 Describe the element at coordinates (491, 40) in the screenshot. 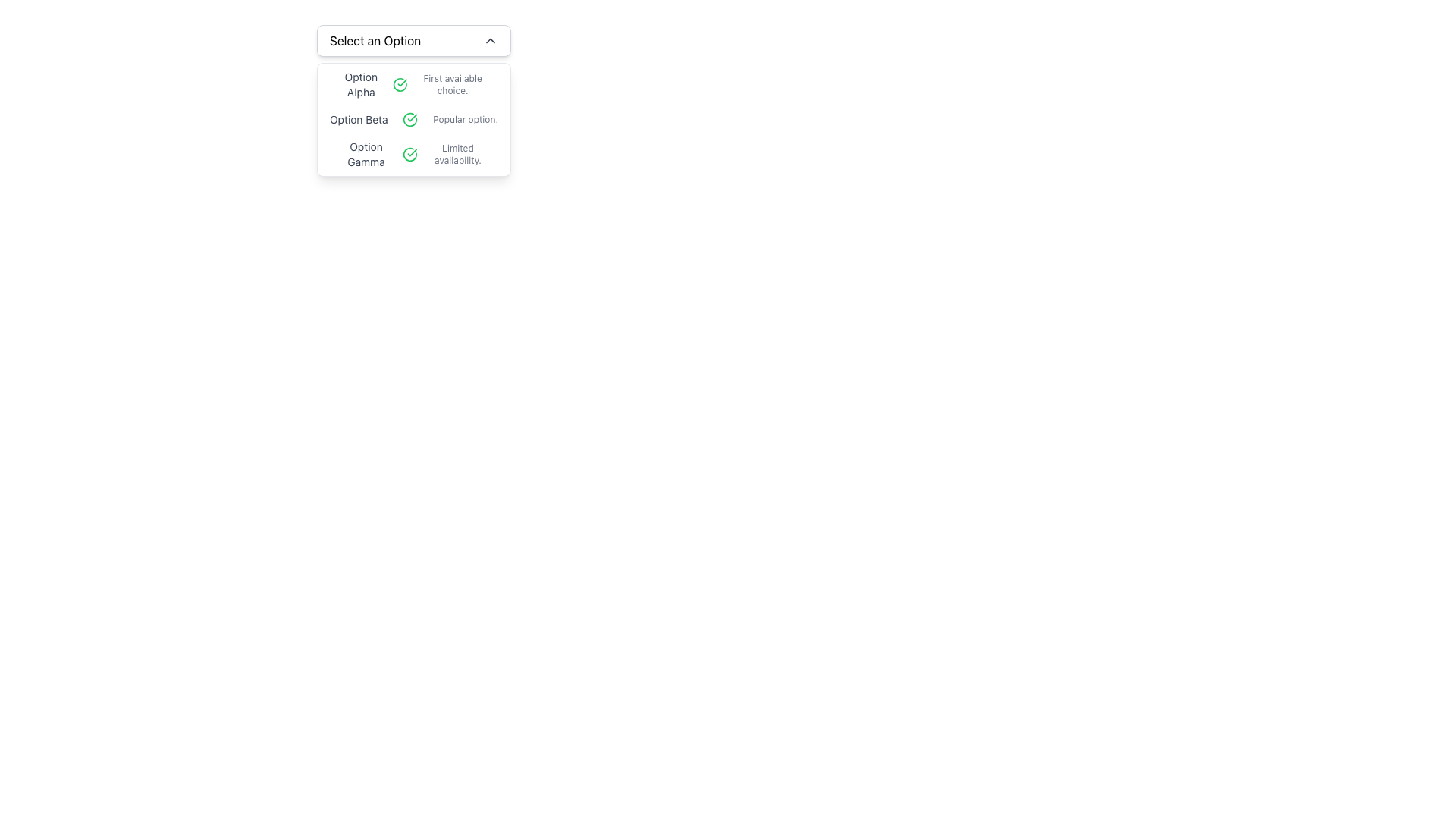

I see `the Chevron Up icon located at the right end of the 'Select an Option' dropdown` at that location.